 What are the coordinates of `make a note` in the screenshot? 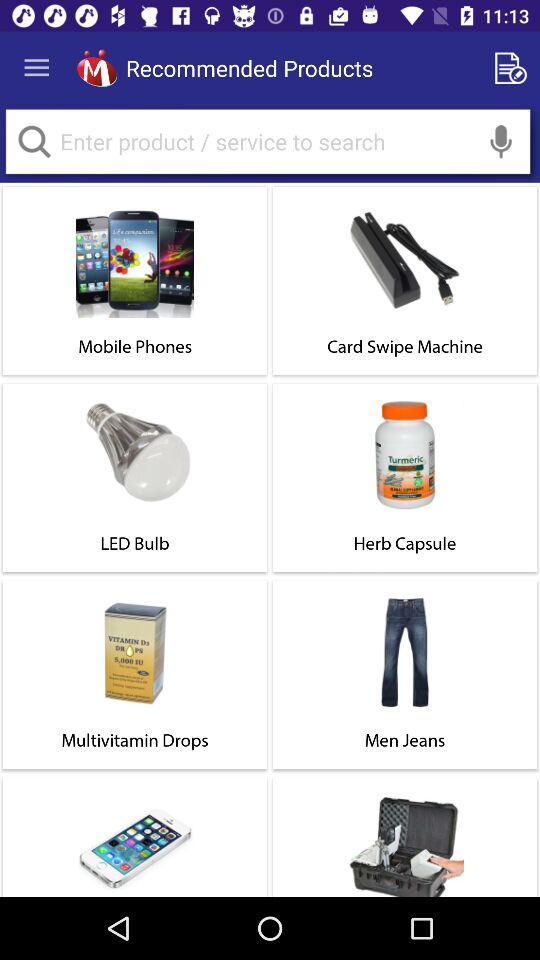 It's located at (514, 68).